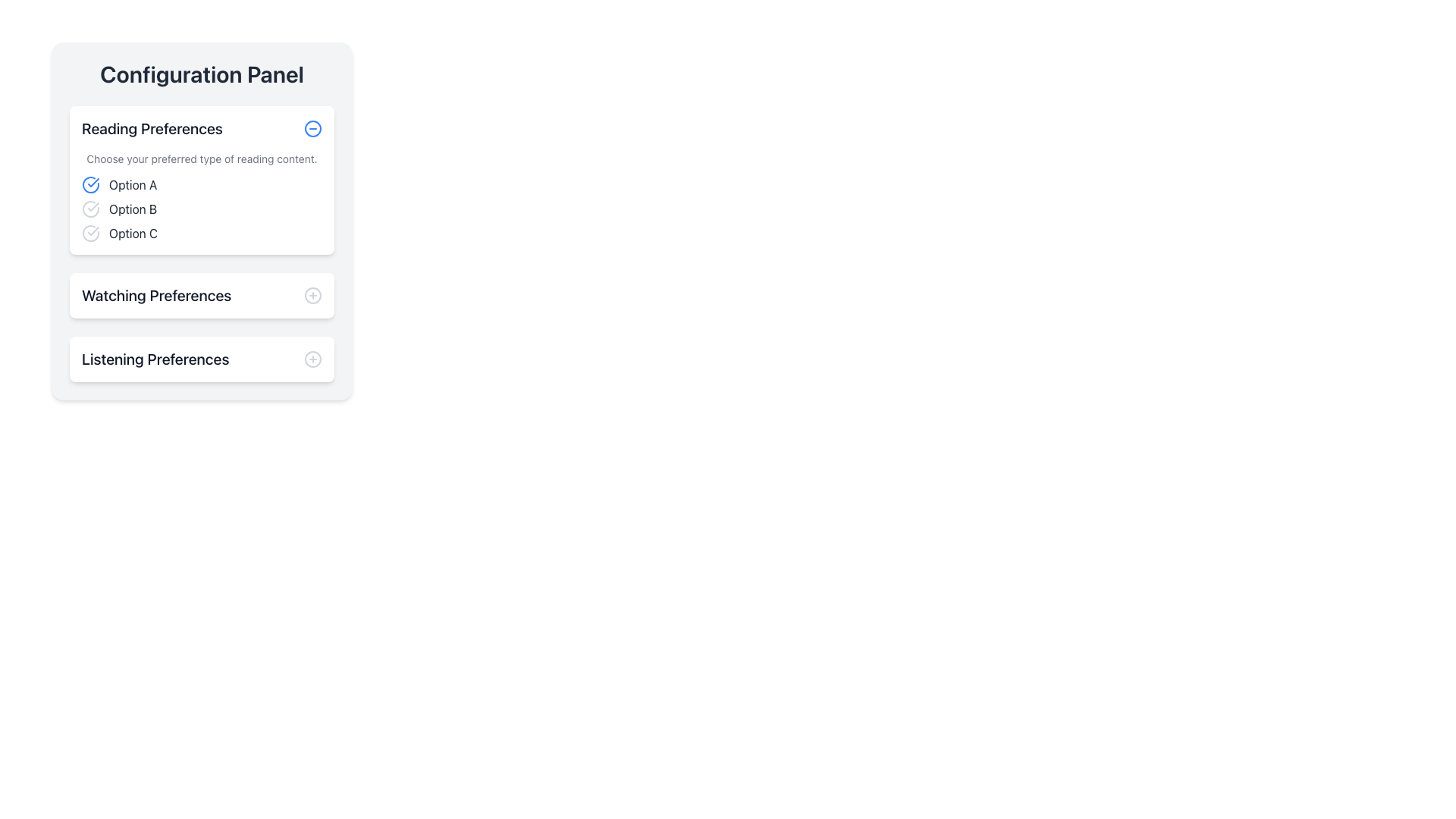 The width and height of the screenshot is (1456, 819). What do you see at coordinates (201, 158) in the screenshot?
I see `the text label that says 'Choose your preferred type of reading content.' located below the 'Reading Preferences' section title` at bounding box center [201, 158].